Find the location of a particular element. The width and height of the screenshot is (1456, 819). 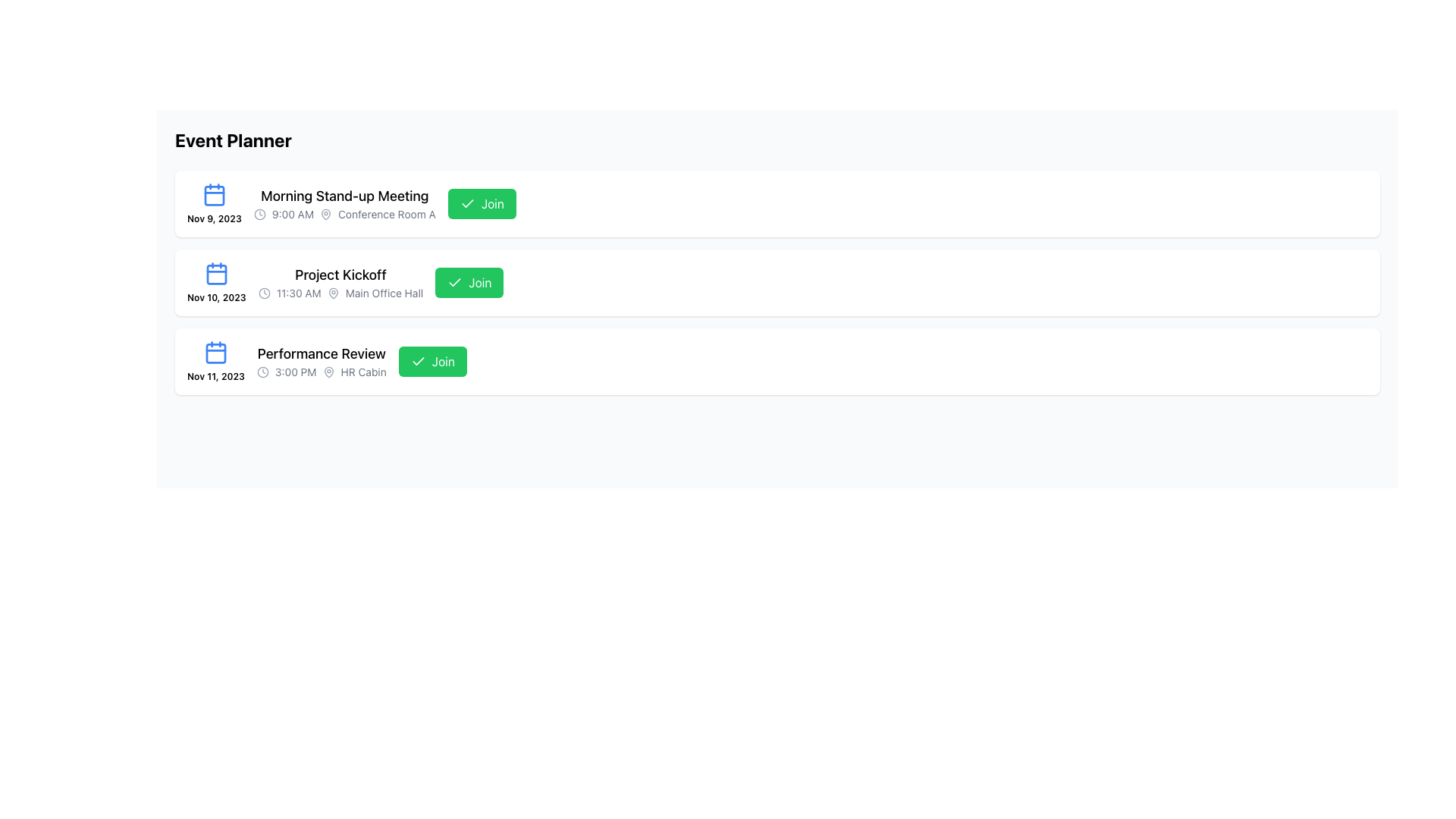

information displayed in the text block containing '11:30 AM Main Office Hall' beneath the 'Project Kickoff' heading, which includes icons indicating time and location is located at coordinates (340, 293).